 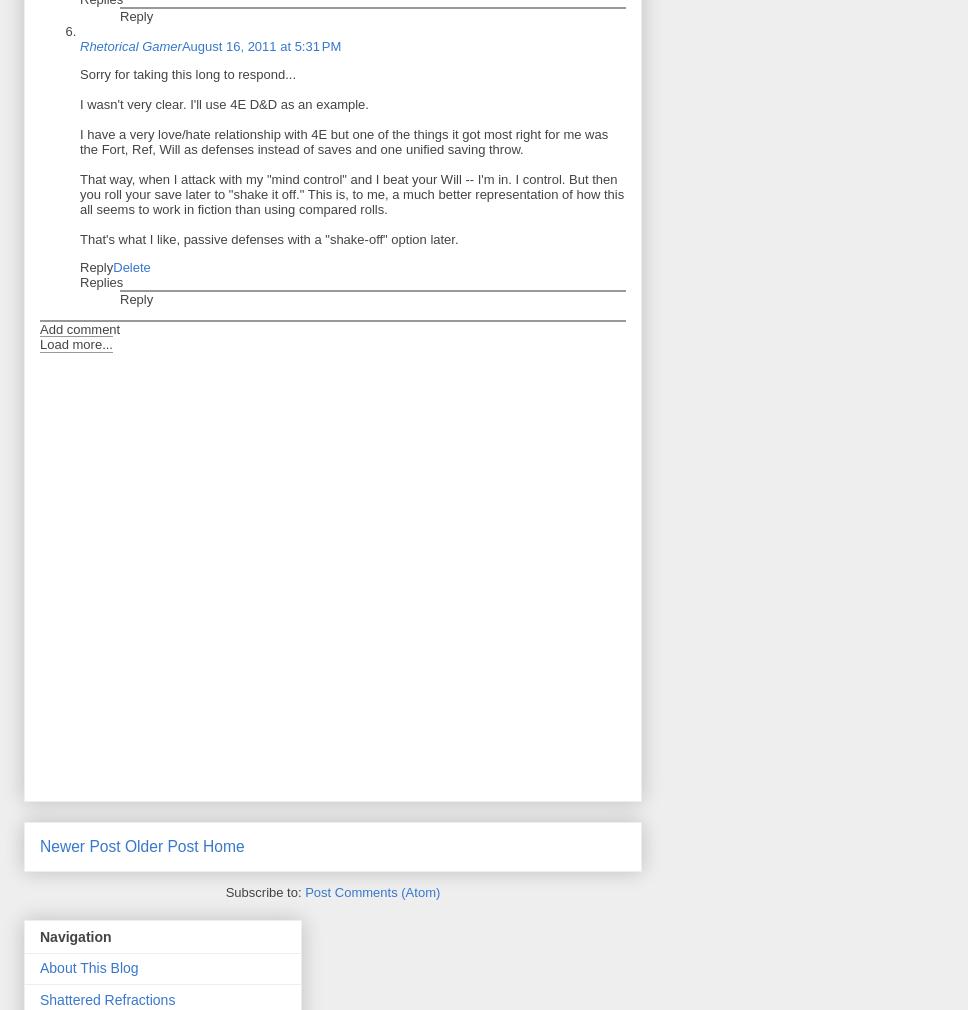 I want to click on 'I wasn't very clear.  I'll use 4E D&D as an example.', so click(x=222, y=102).